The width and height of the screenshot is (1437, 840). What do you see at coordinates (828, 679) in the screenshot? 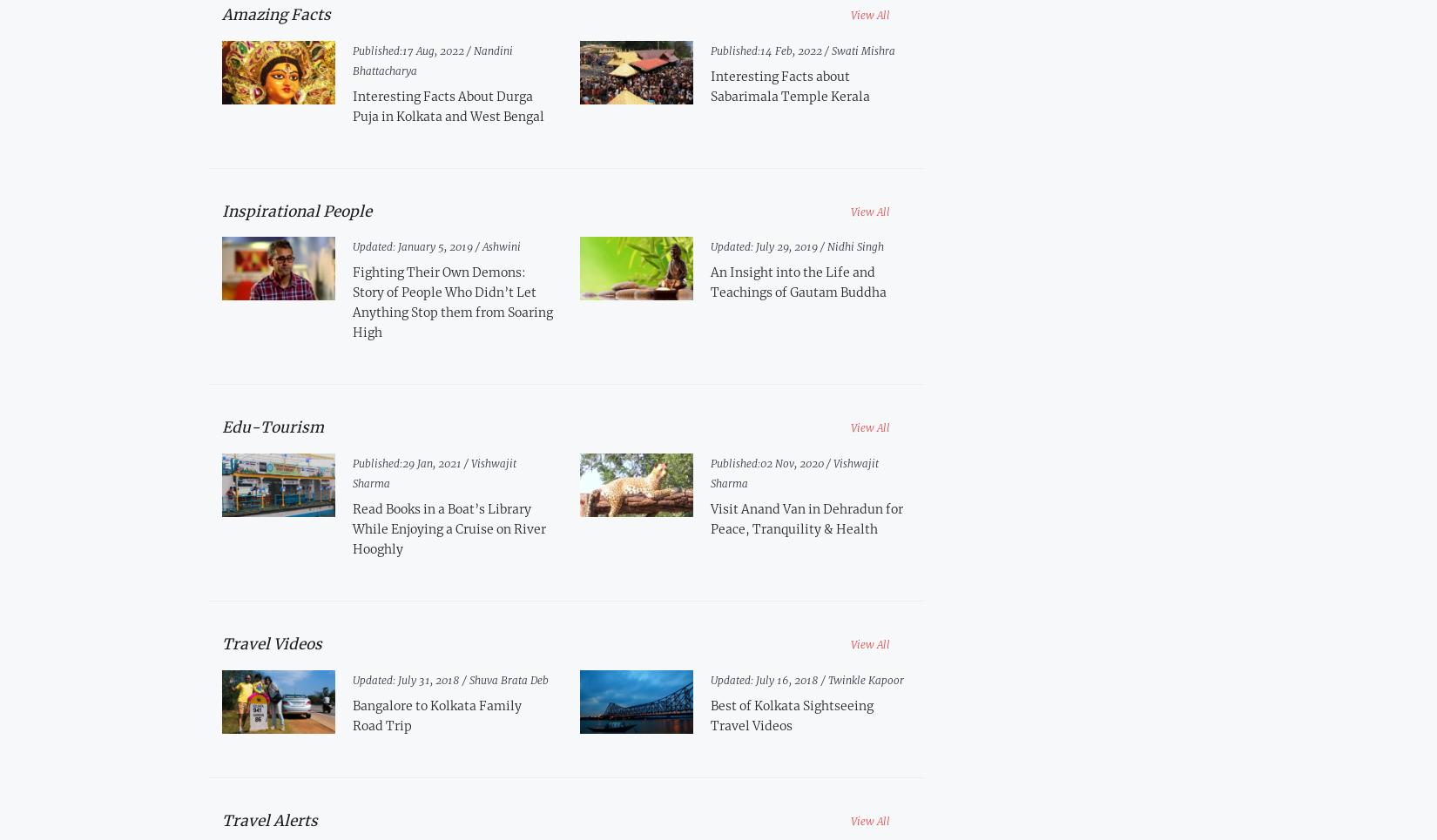
I see `'Twinkle Kapoor'` at bounding box center [828, 679].